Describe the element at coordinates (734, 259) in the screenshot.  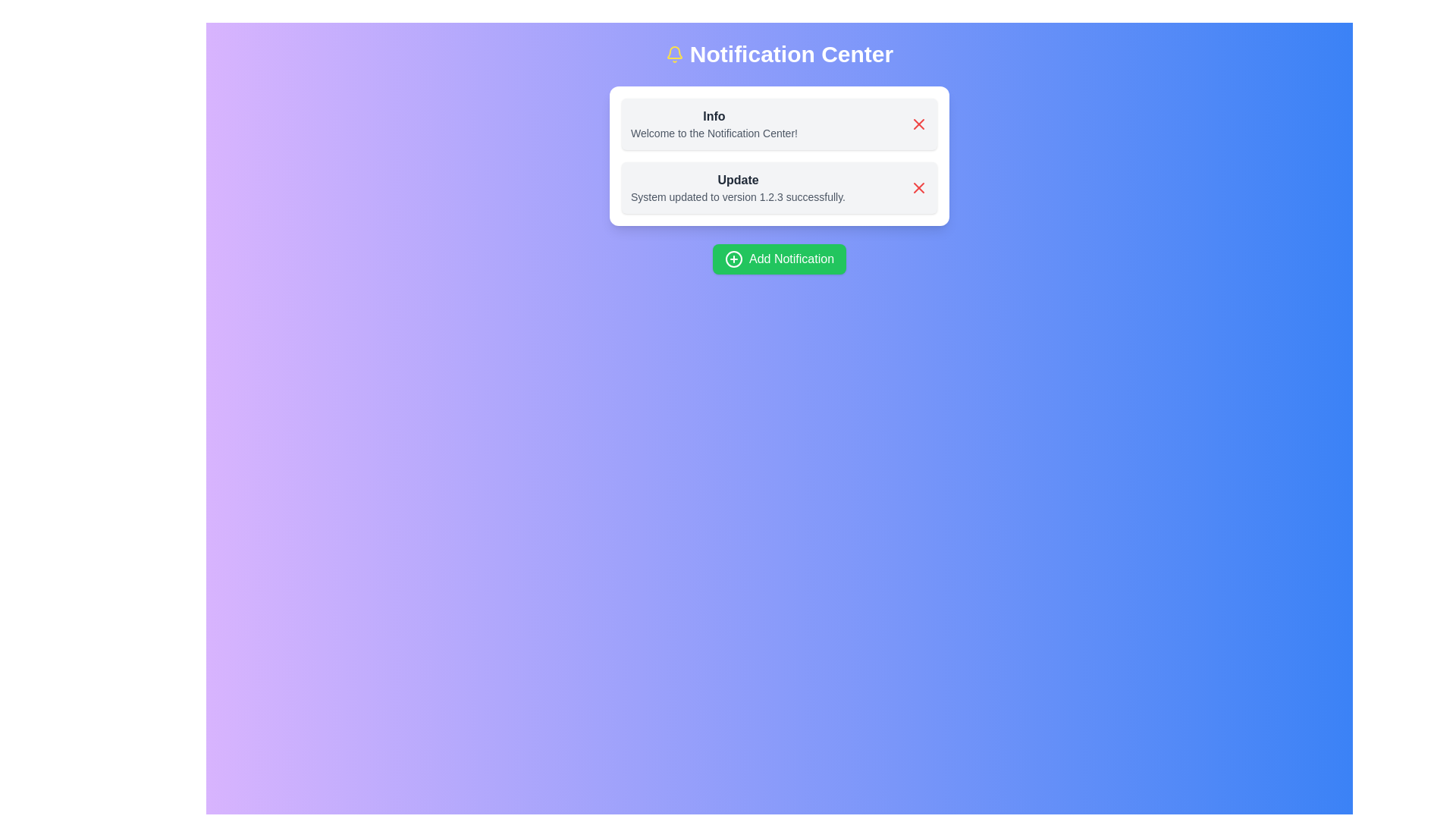
I see `the SVG graphic icon positioned to the left of the 'Add Notification' button text` at that location.